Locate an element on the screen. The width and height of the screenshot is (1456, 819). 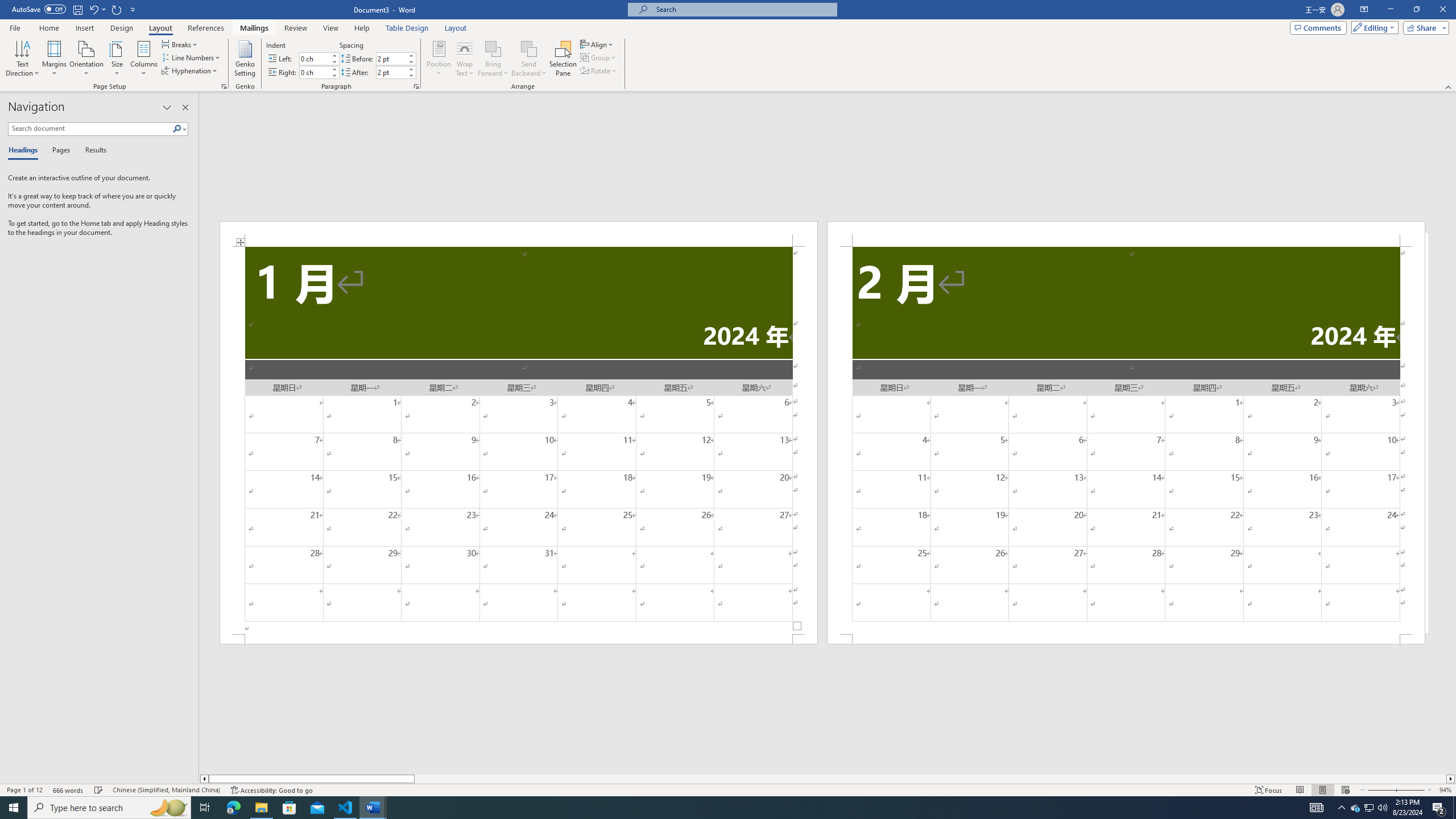
'Page Setup...' is located at coordinates (224, 85).